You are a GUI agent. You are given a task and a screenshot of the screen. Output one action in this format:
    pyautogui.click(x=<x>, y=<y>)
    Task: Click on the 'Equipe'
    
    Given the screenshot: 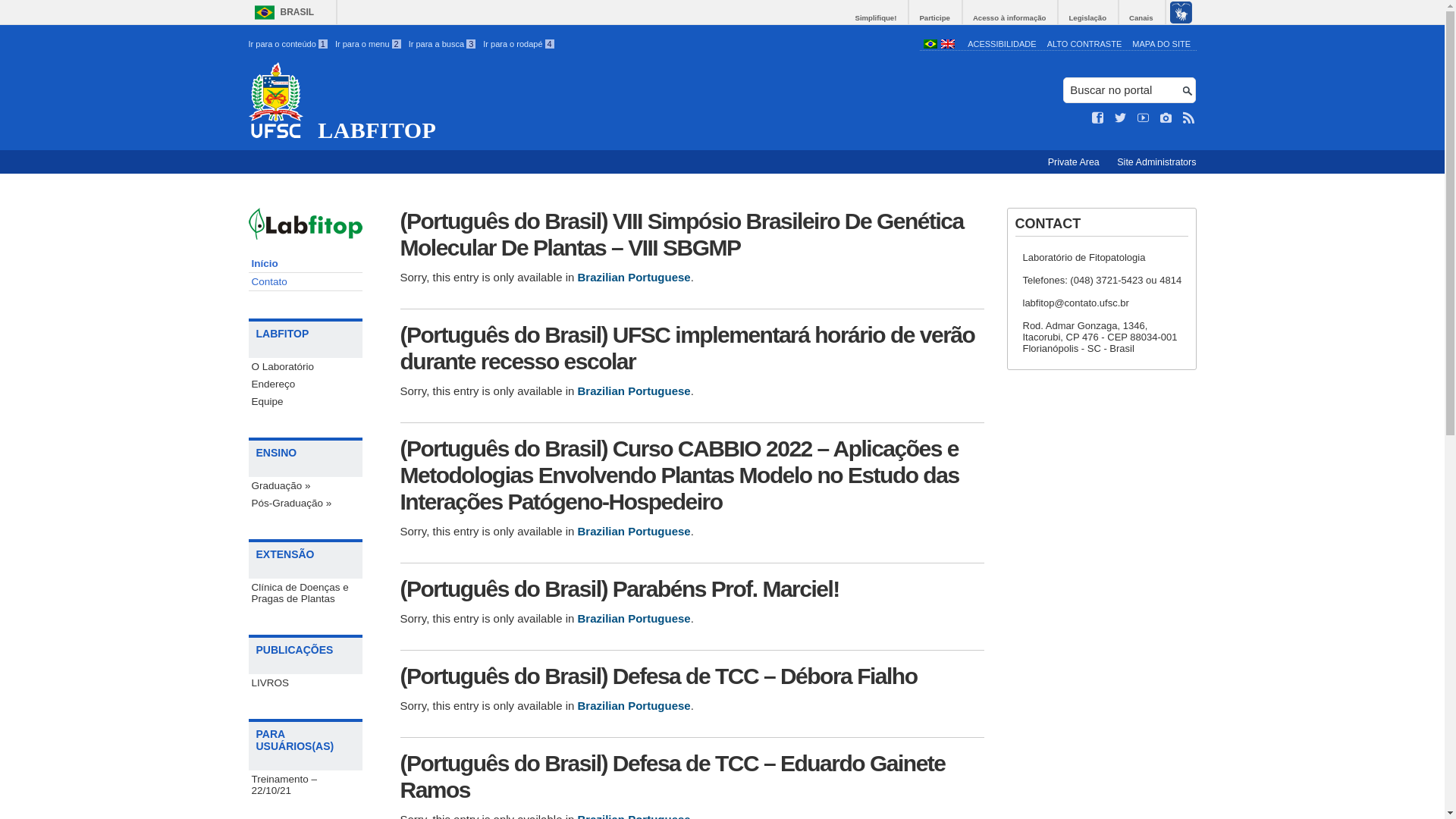 What is the action you would take?
    pyautogui.click(x=305, y=400)
    